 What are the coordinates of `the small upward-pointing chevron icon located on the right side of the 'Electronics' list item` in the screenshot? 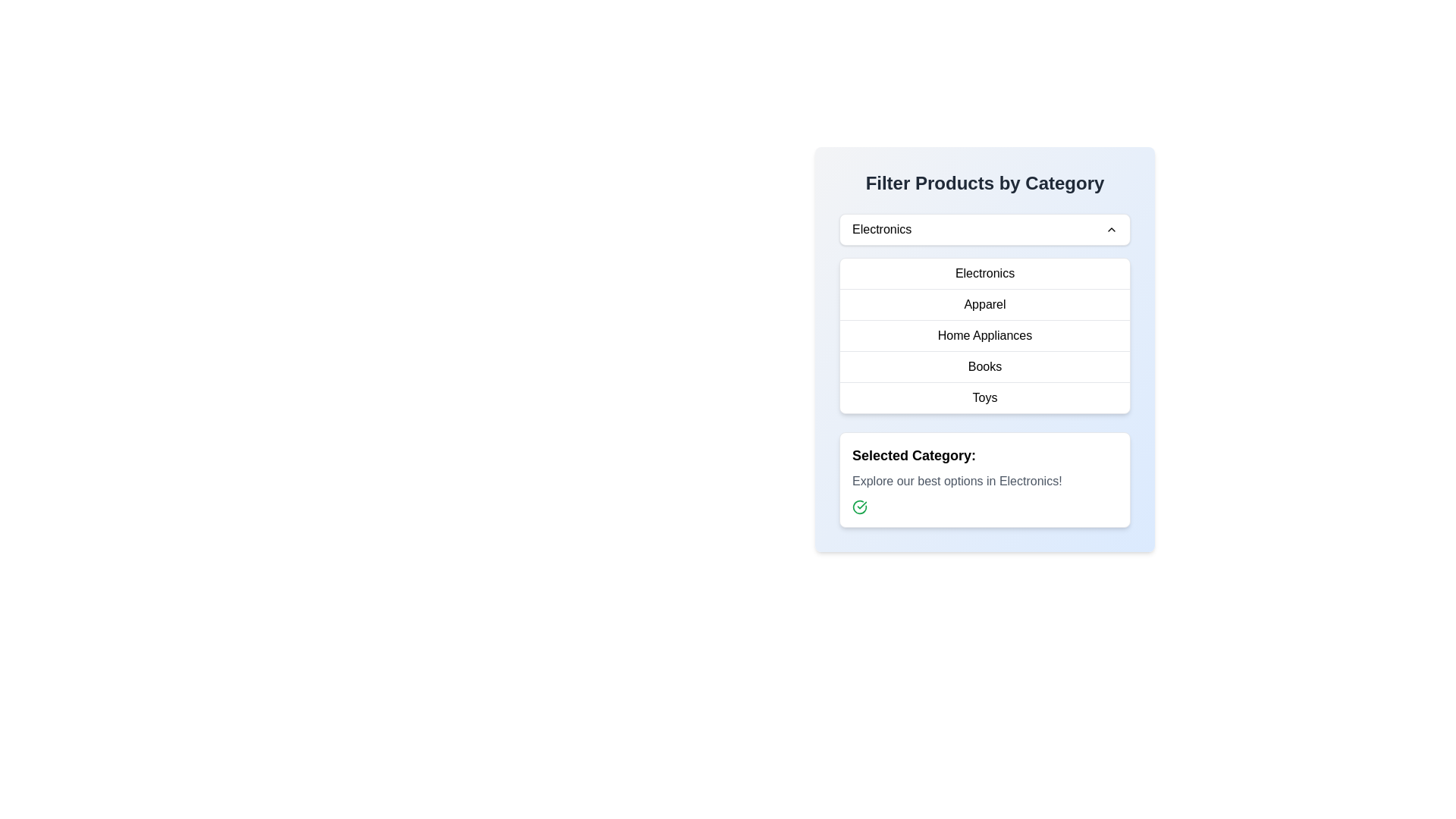 It's located at (1111, 230).